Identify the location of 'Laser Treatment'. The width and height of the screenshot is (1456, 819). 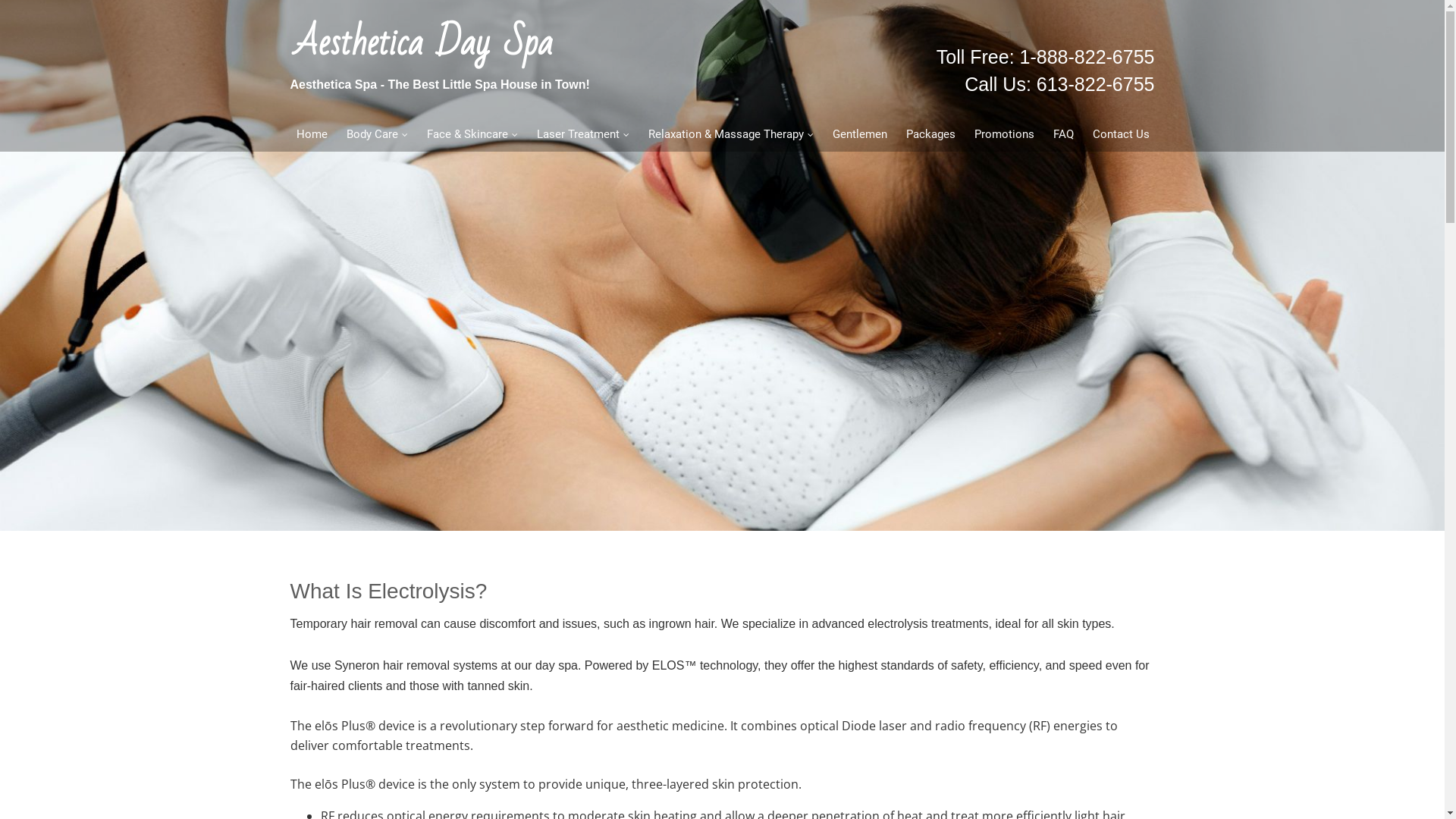
(581, 133).